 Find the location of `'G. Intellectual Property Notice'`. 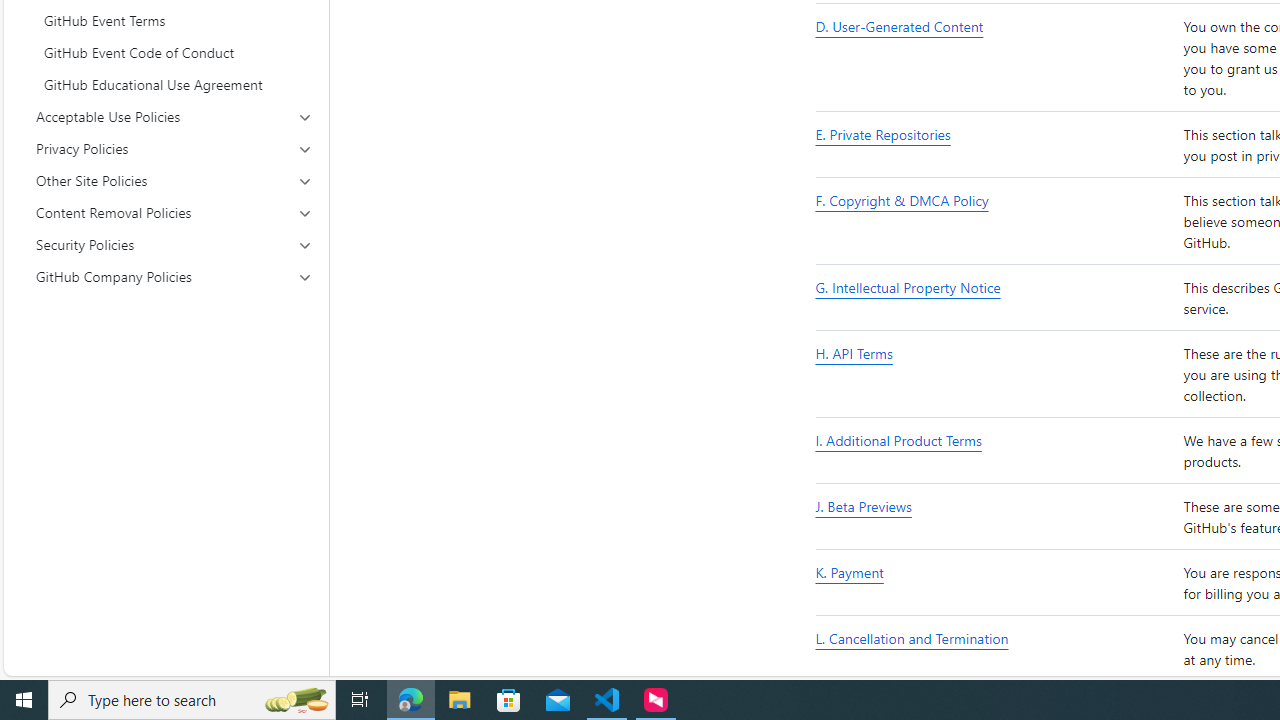

'G. Intellectual Property Notice' is located at coordinates (995, 298).